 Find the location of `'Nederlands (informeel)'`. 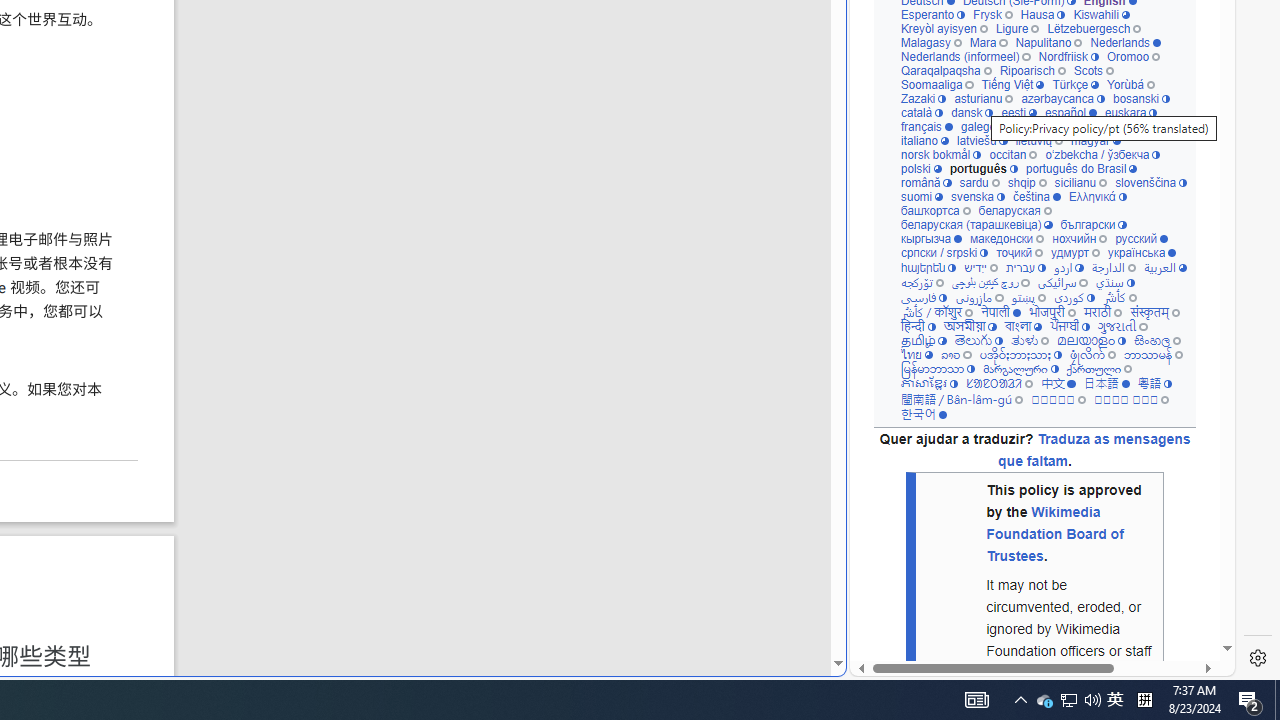

'Nederlands (informeel)' is located at coordinates (965, 55).